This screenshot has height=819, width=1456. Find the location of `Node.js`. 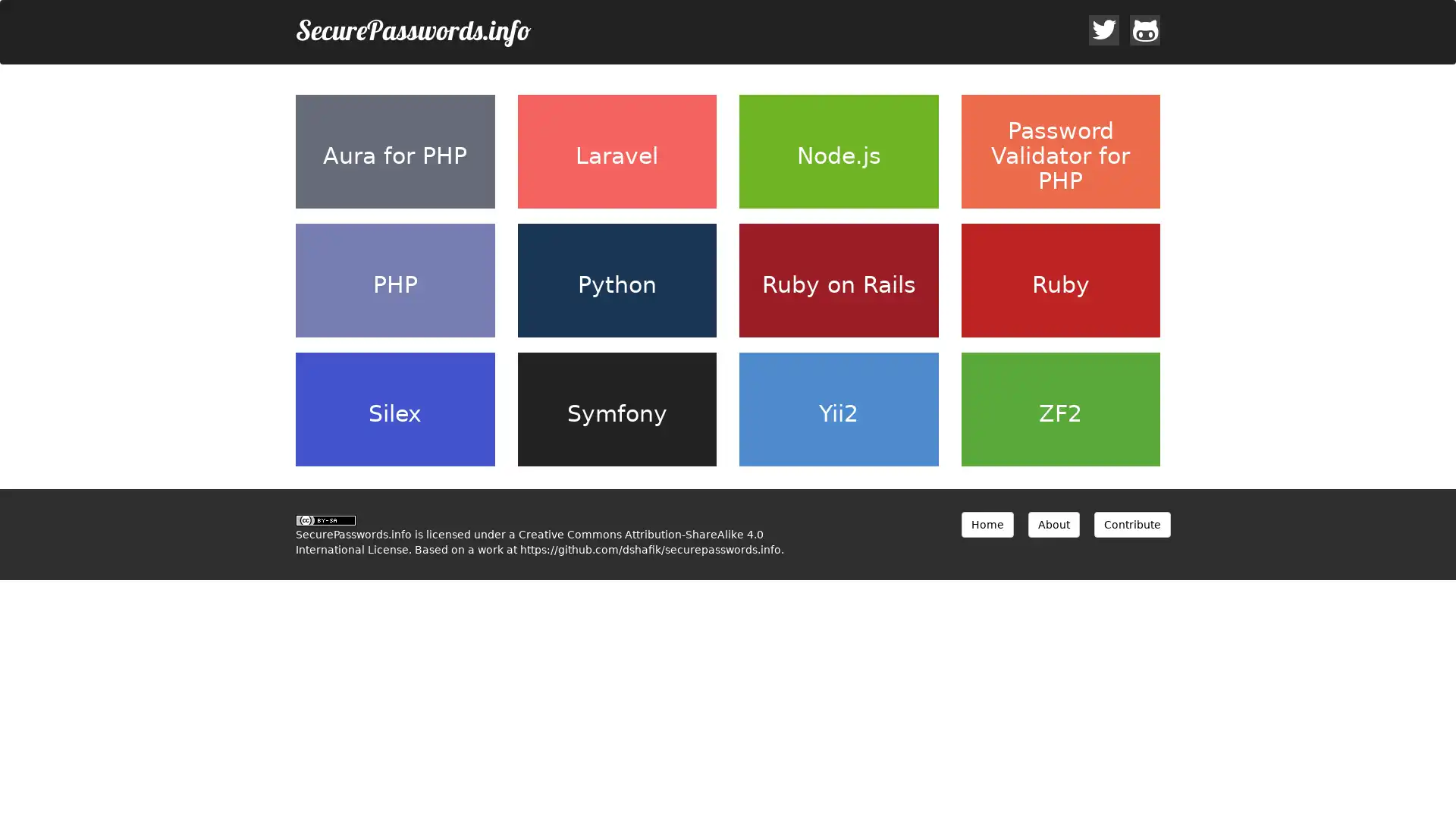

Node.js is located at coordinates (837, 152).